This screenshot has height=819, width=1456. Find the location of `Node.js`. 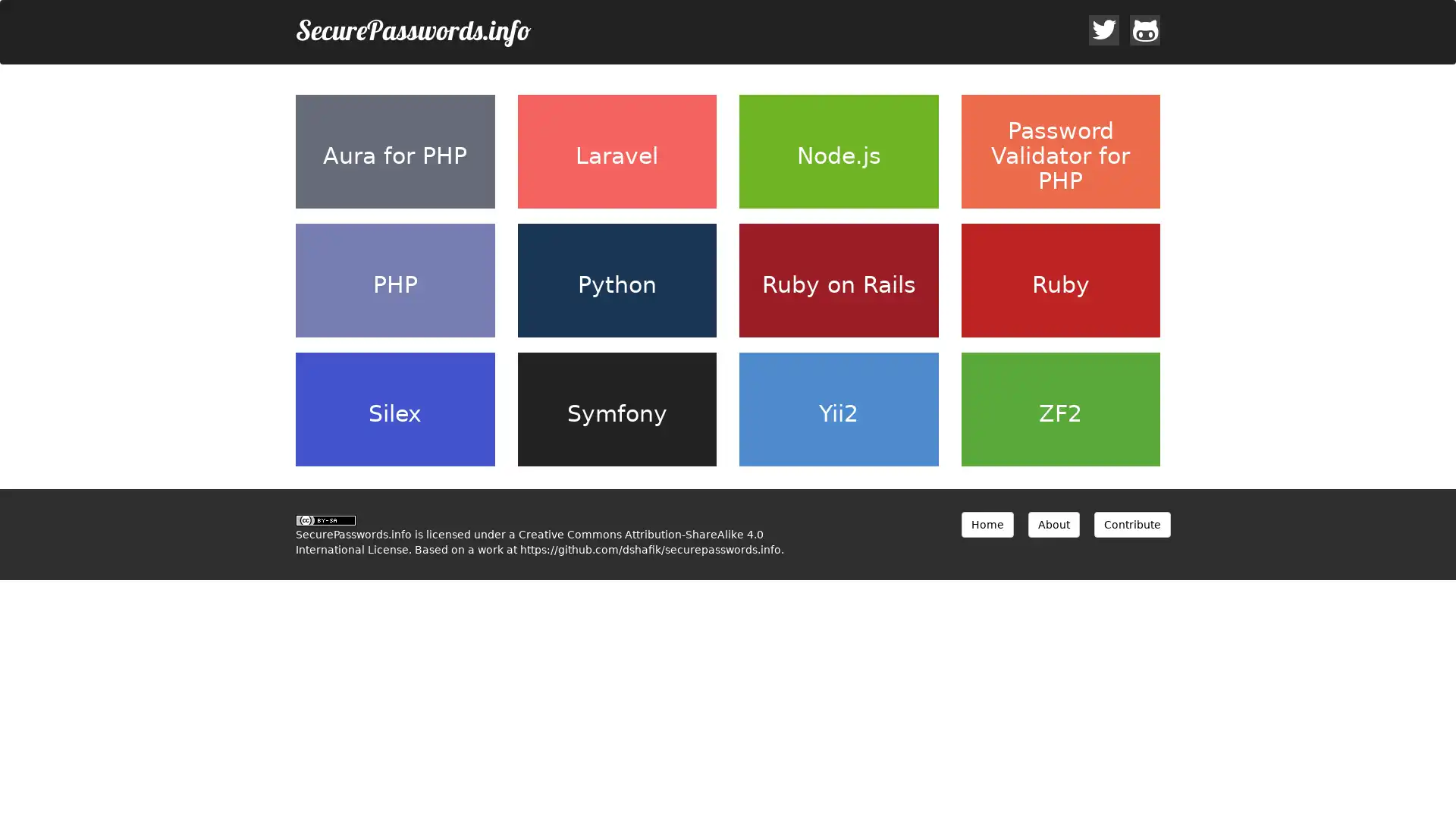

Node.js is located at coordinates (837, 152).